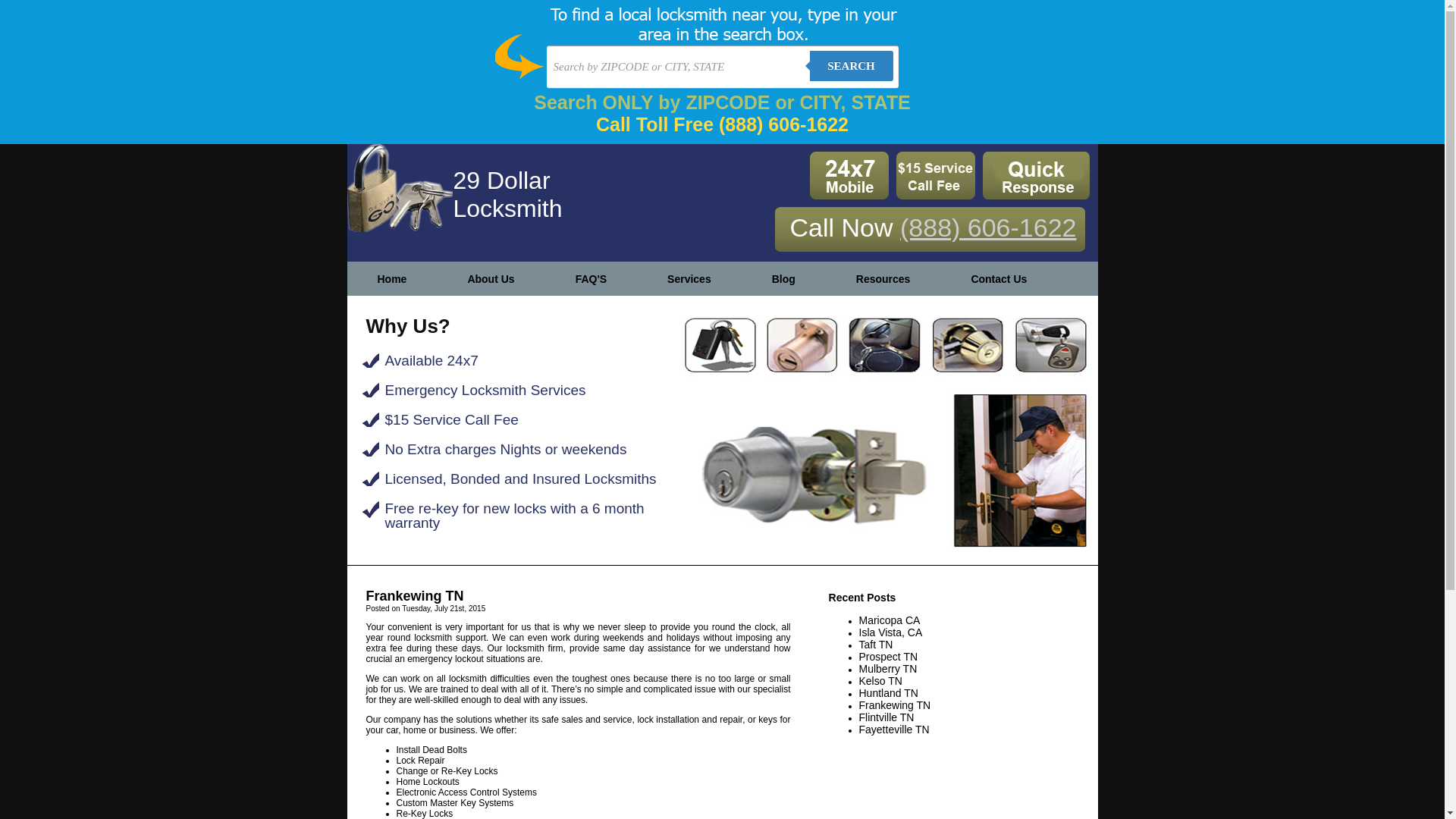  What do you see at coordinates (886, 717) in the screenshot?
I see `'Flintville TN'` at bounding box center [886, 717].